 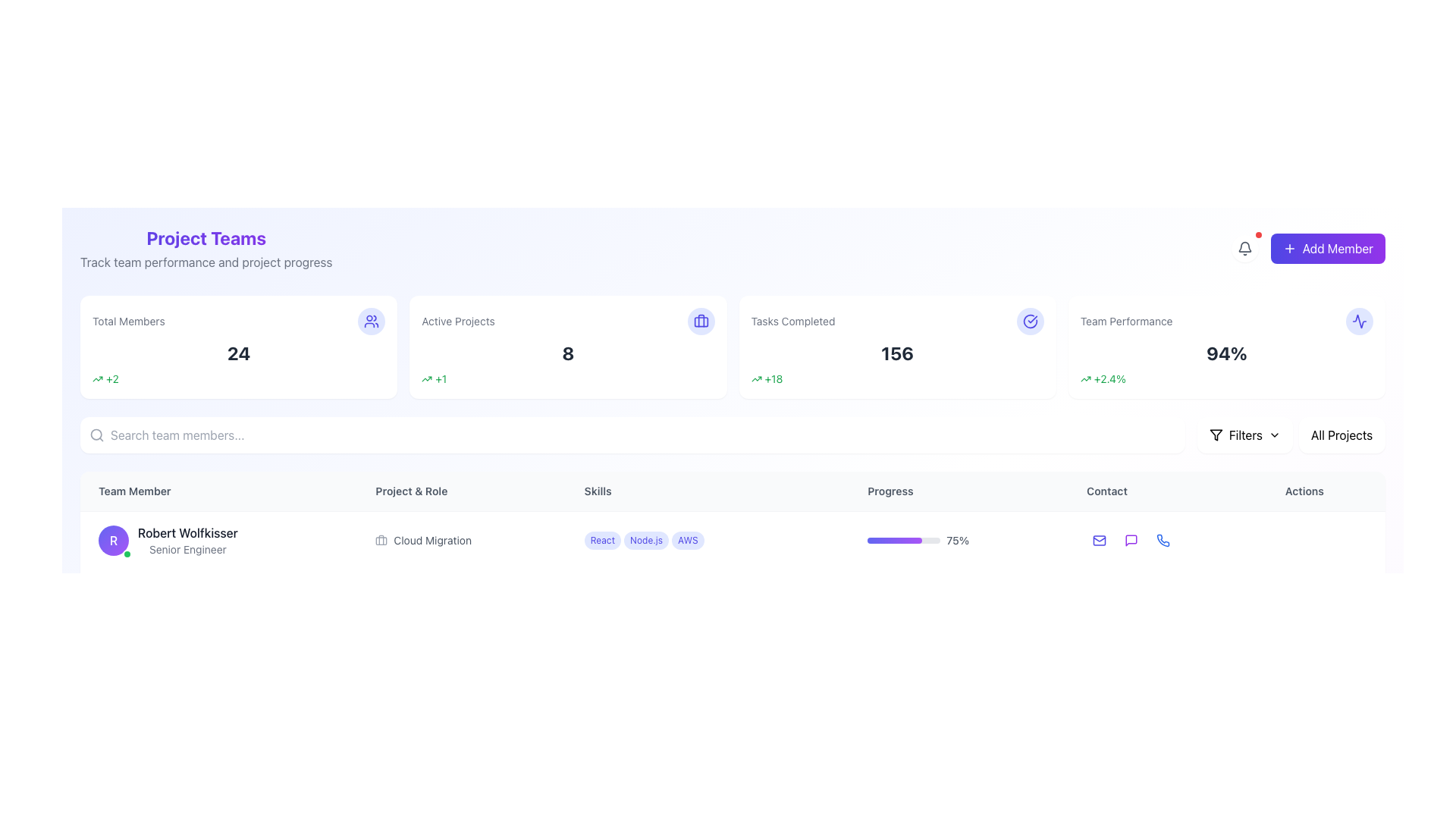 What do you see at coordinates (1244, 247) in the screenshot?
I see `the notification bell icon, which is a circular button with a white background and a gray bell icon` at bounding box center [1244, 247].